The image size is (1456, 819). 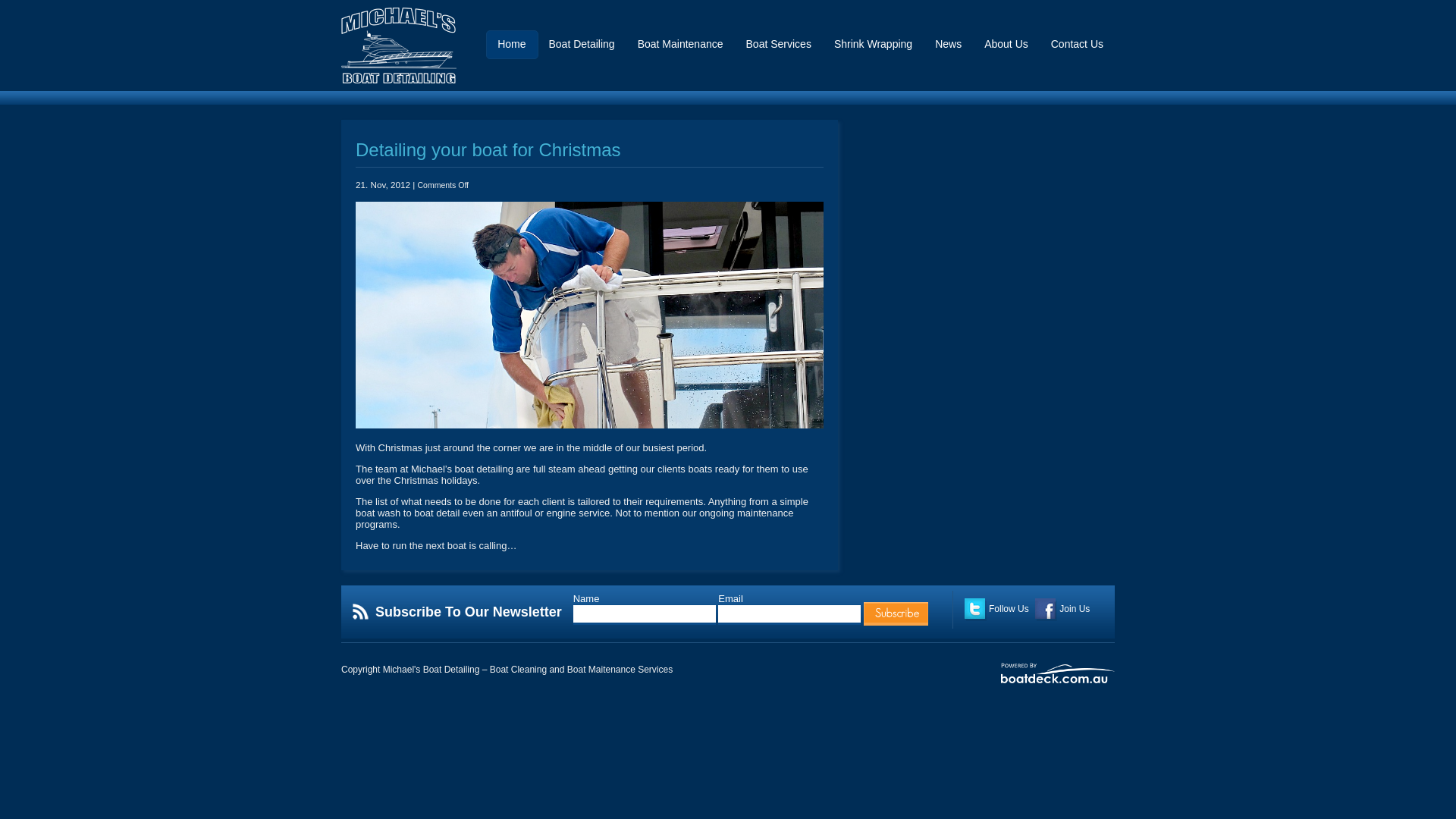 I want to click on 'Facebook page', so click(x=1045, y=608).